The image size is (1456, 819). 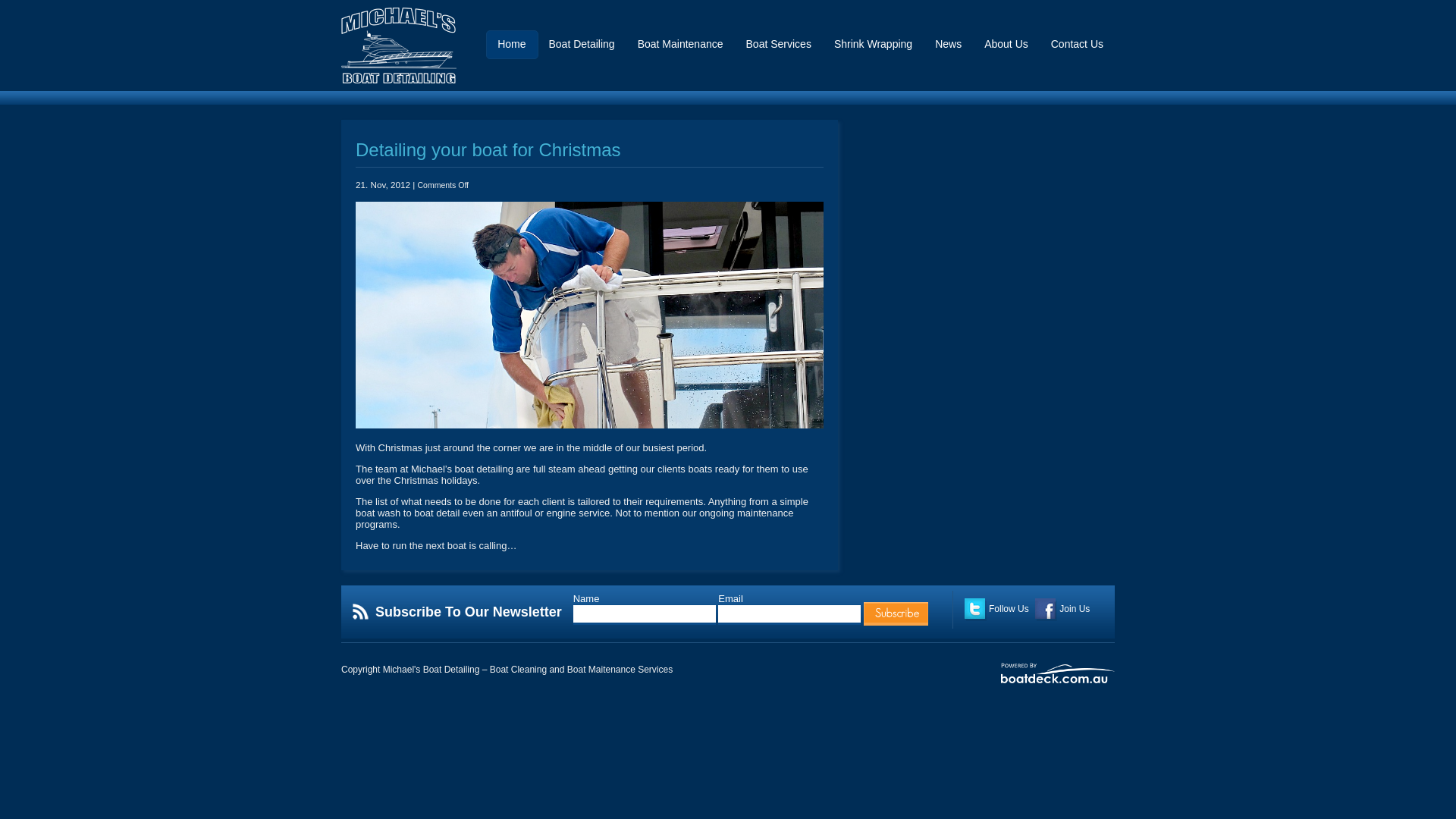 I want to click on 'Facebook page', so click(x=1045, y=608).